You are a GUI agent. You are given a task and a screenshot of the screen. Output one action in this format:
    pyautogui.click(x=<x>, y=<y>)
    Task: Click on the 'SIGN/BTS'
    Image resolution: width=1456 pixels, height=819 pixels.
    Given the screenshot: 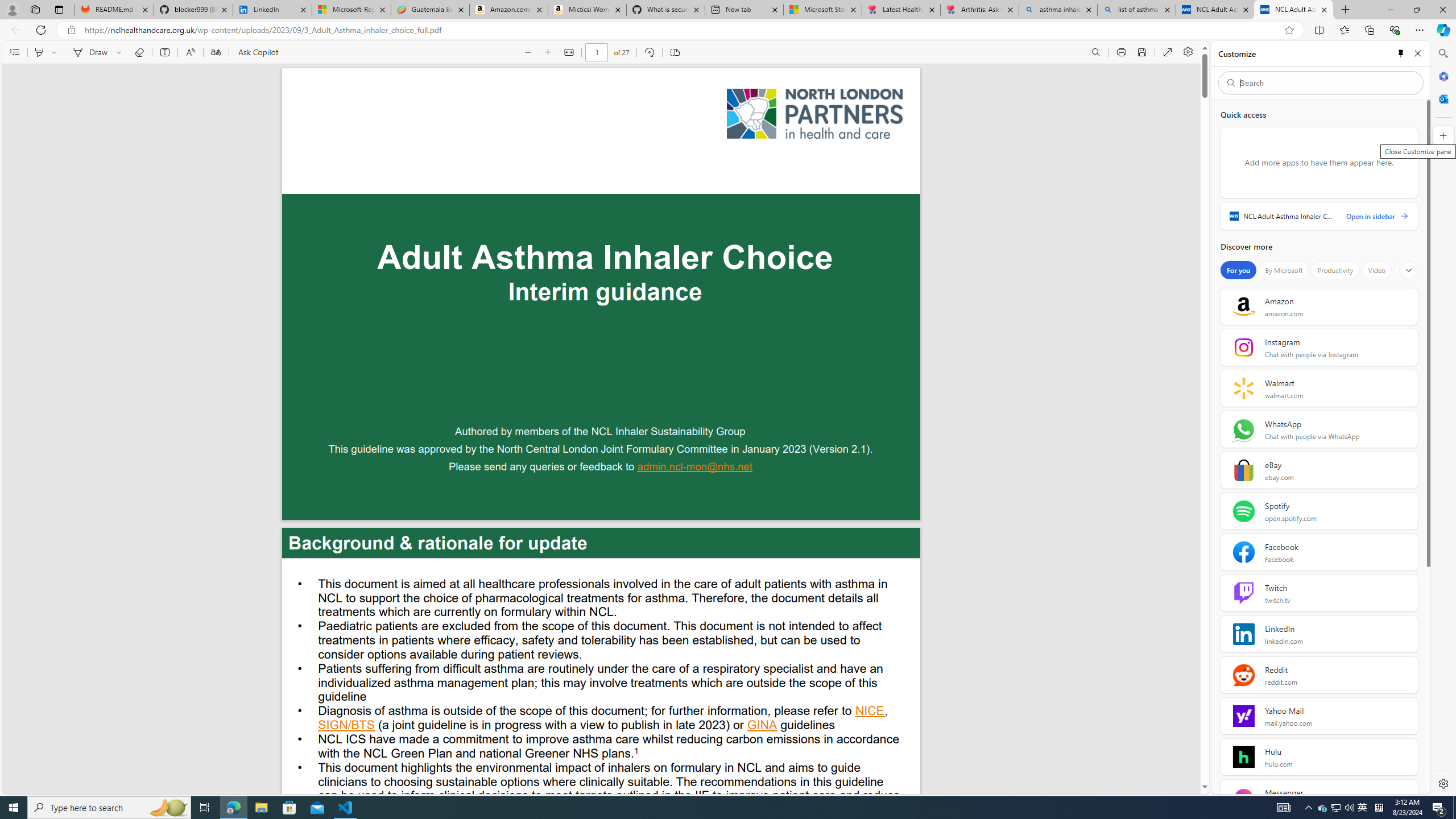 What is the action you would take?
    pyautogui.click(x=346, y=726)
    